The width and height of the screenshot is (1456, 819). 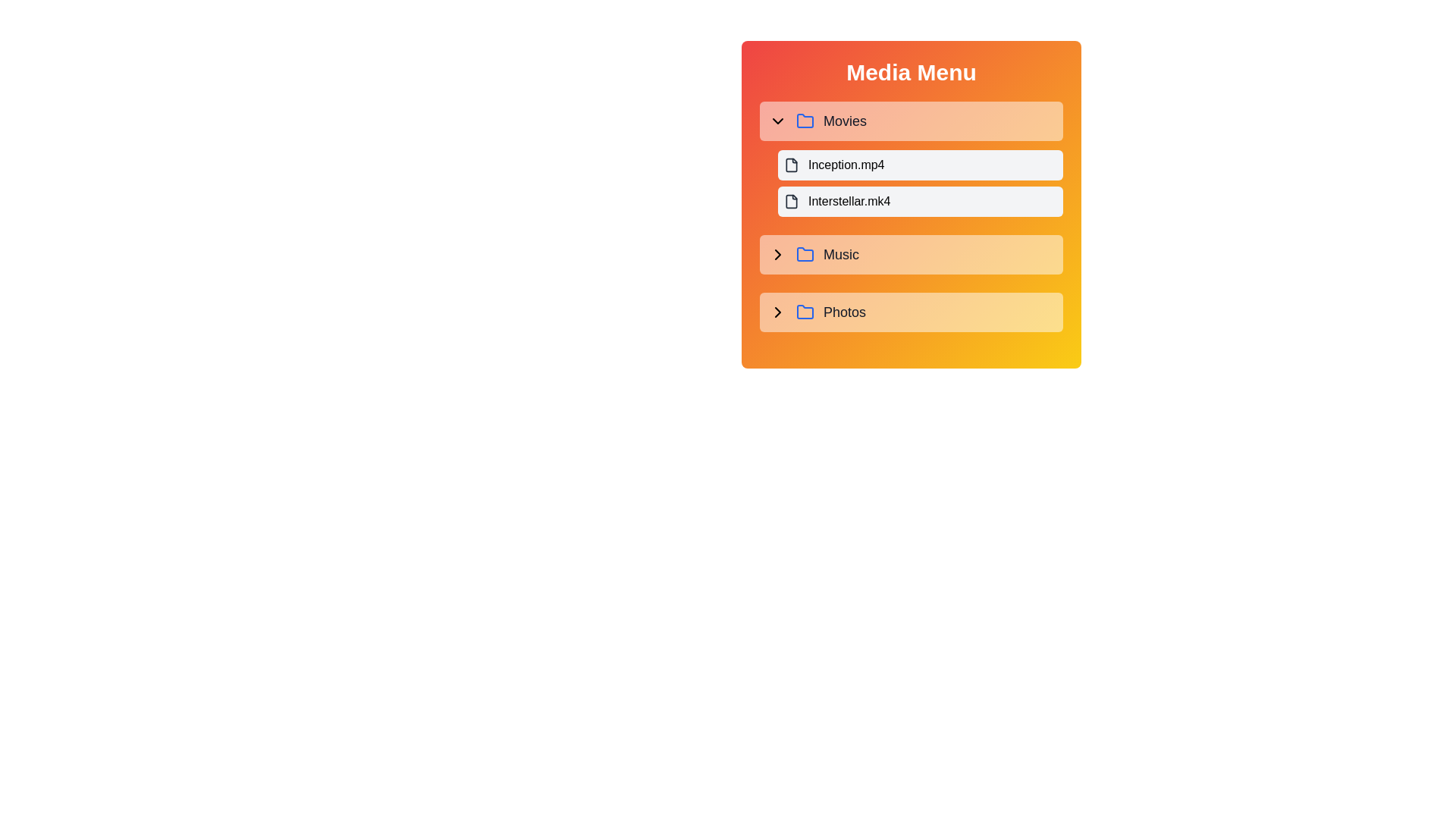 What do you see at coordinates (778, 312) in the screenshot?
I see `the right-pointing arrow icon at the start of the 'Photos' row in the menu` at bounding box center [778, 312].